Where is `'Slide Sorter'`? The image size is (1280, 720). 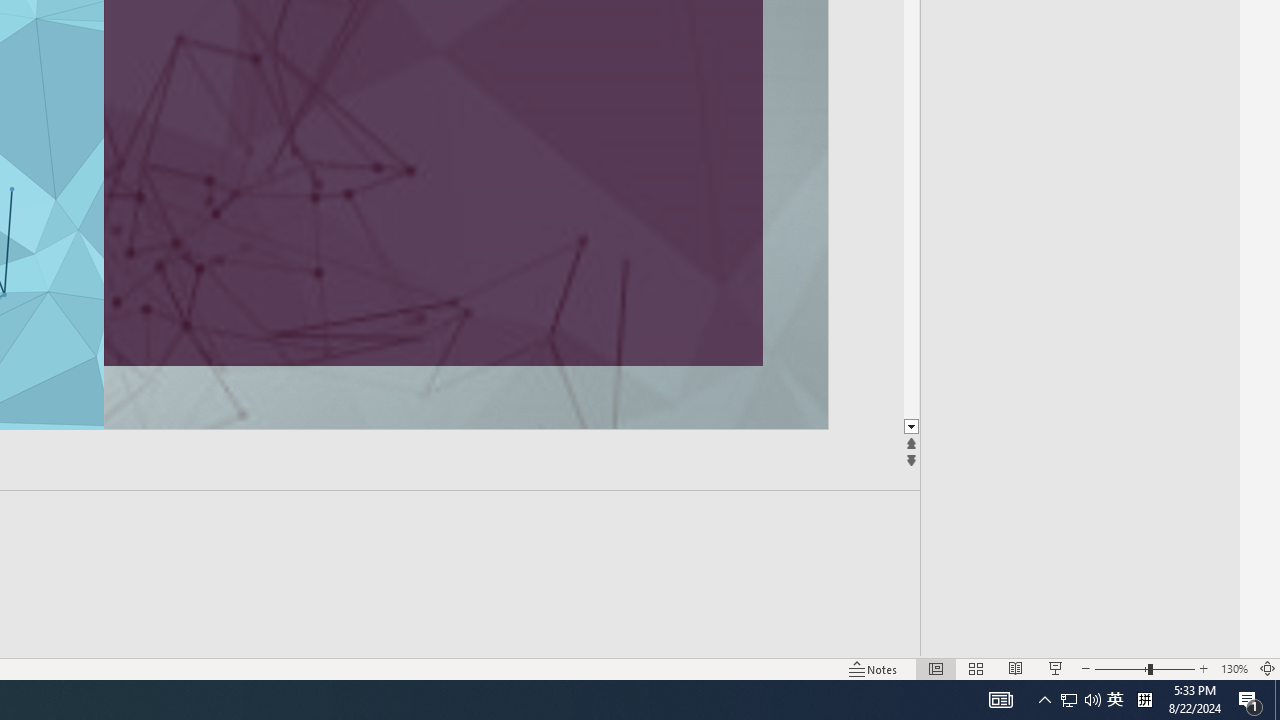
'Slide Sorter' is located at coordinates (976, 669).